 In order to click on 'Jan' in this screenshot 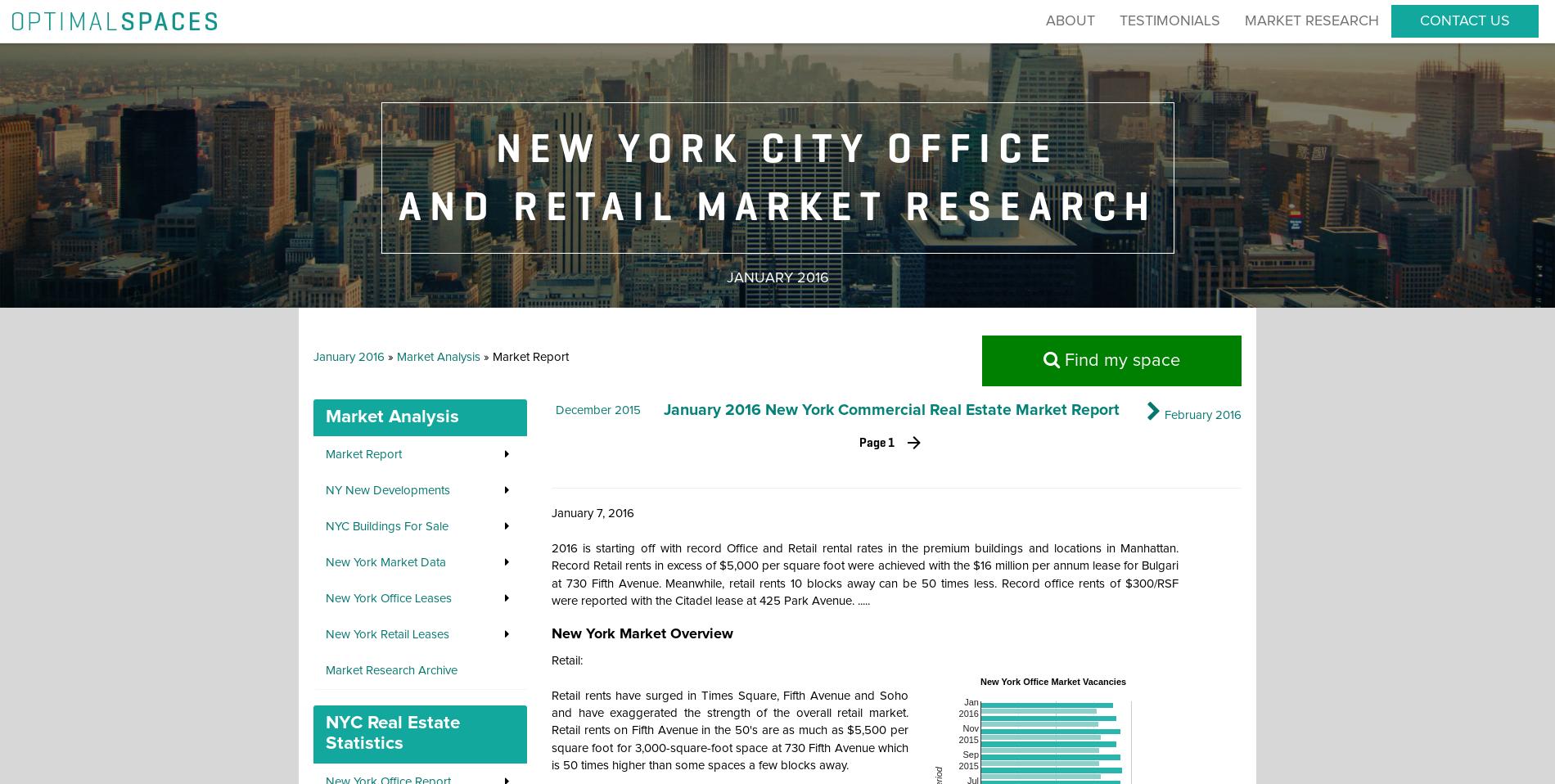, I will do `click(971, 701)`.